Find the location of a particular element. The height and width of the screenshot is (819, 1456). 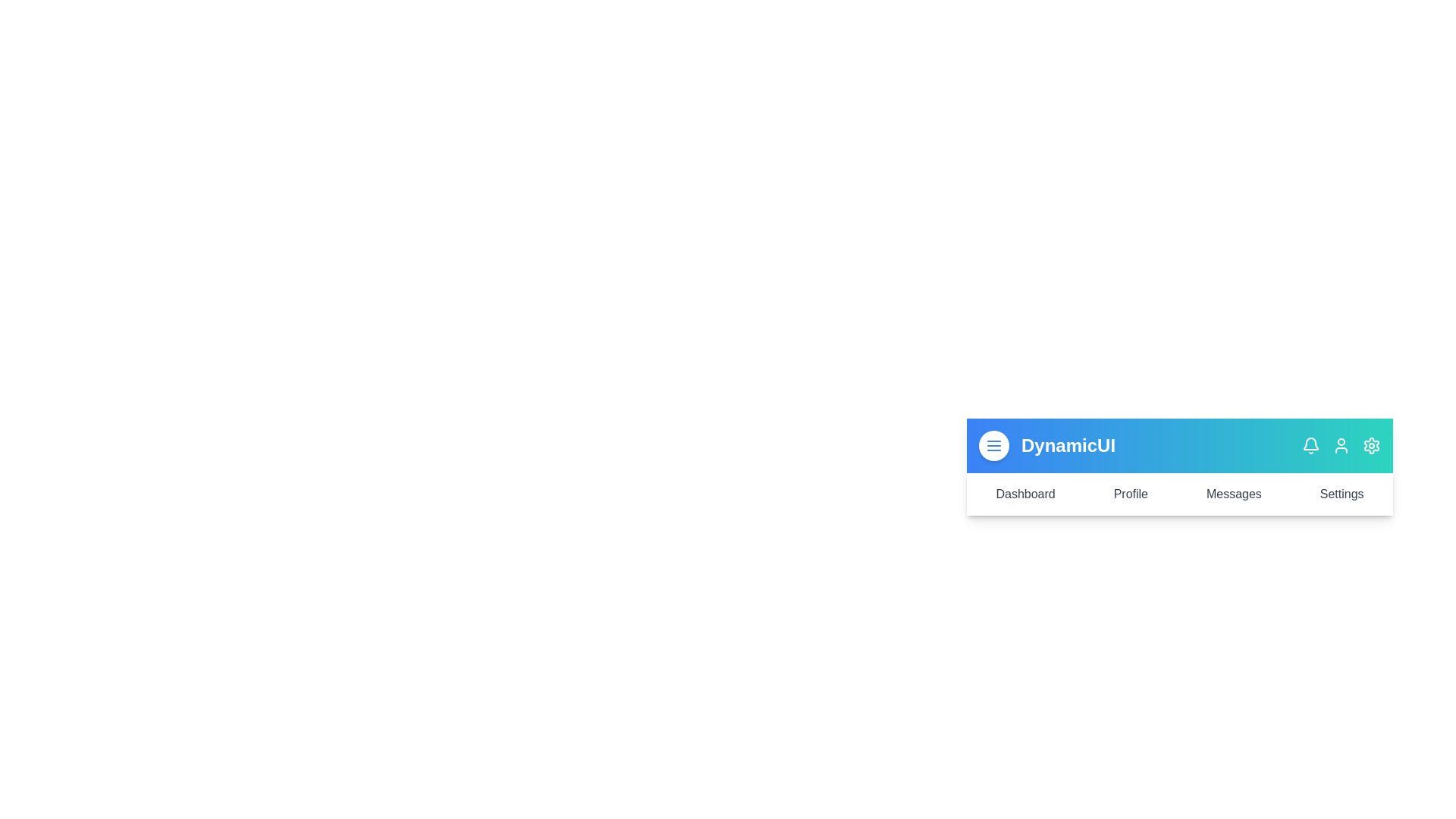

the notification icon to view notifications is located at coordinates (1310, 444).